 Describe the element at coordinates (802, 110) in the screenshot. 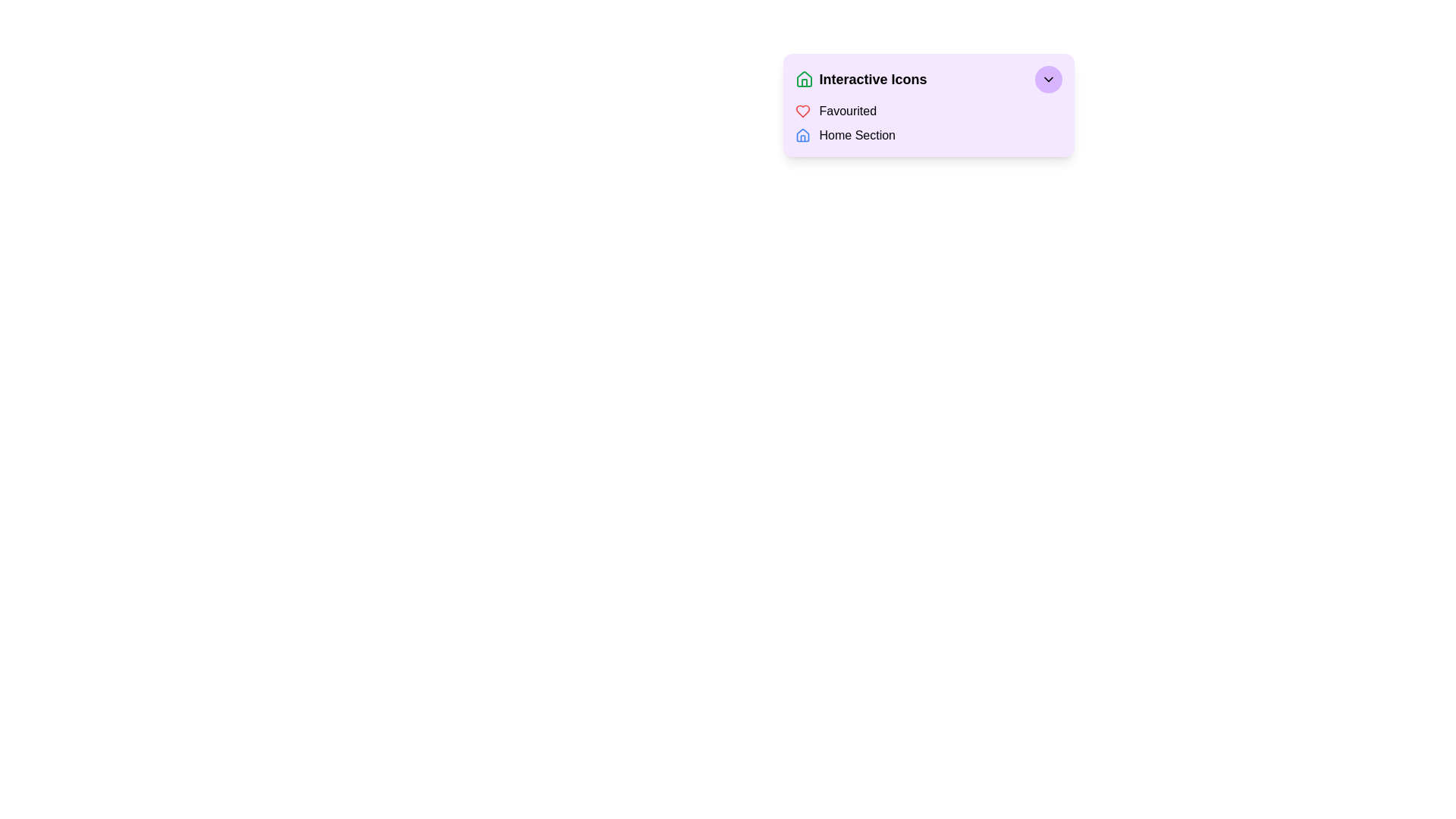

I see `the favorited icon located within the 'Interactive Icons' dropdown menu at the top-right, which indicates a liked status next to the 'Favourited' text` at that location.